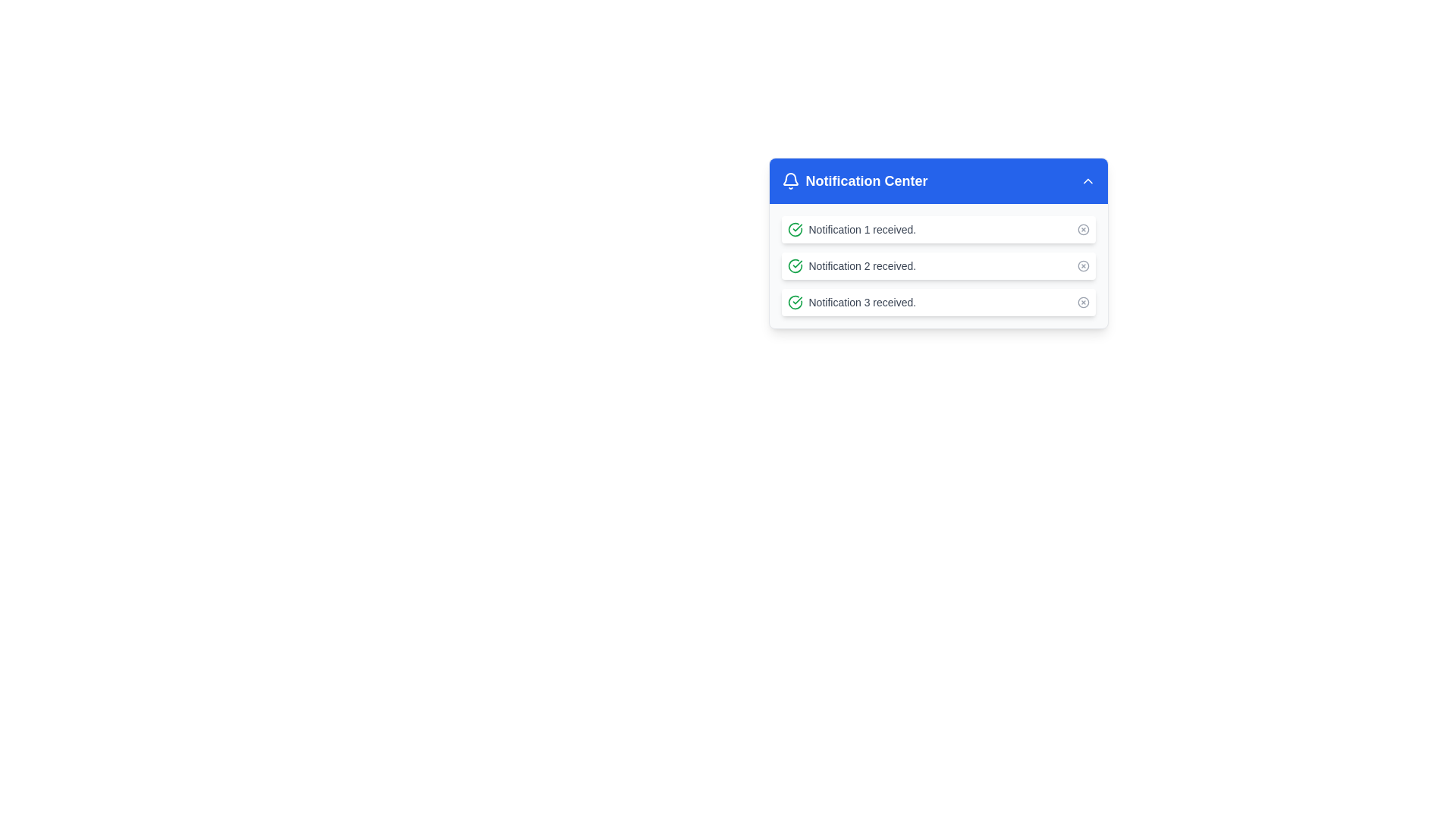 Image resolution: width=1456 pixels, height=819 pixels. Describe the element at coordinates (852, 302) in the screenshot. I see `the third notification item labeled 'Notification 3 received' in the 'Notification Center' popup, which is a read-only text label with an accompanying icon` at that location.